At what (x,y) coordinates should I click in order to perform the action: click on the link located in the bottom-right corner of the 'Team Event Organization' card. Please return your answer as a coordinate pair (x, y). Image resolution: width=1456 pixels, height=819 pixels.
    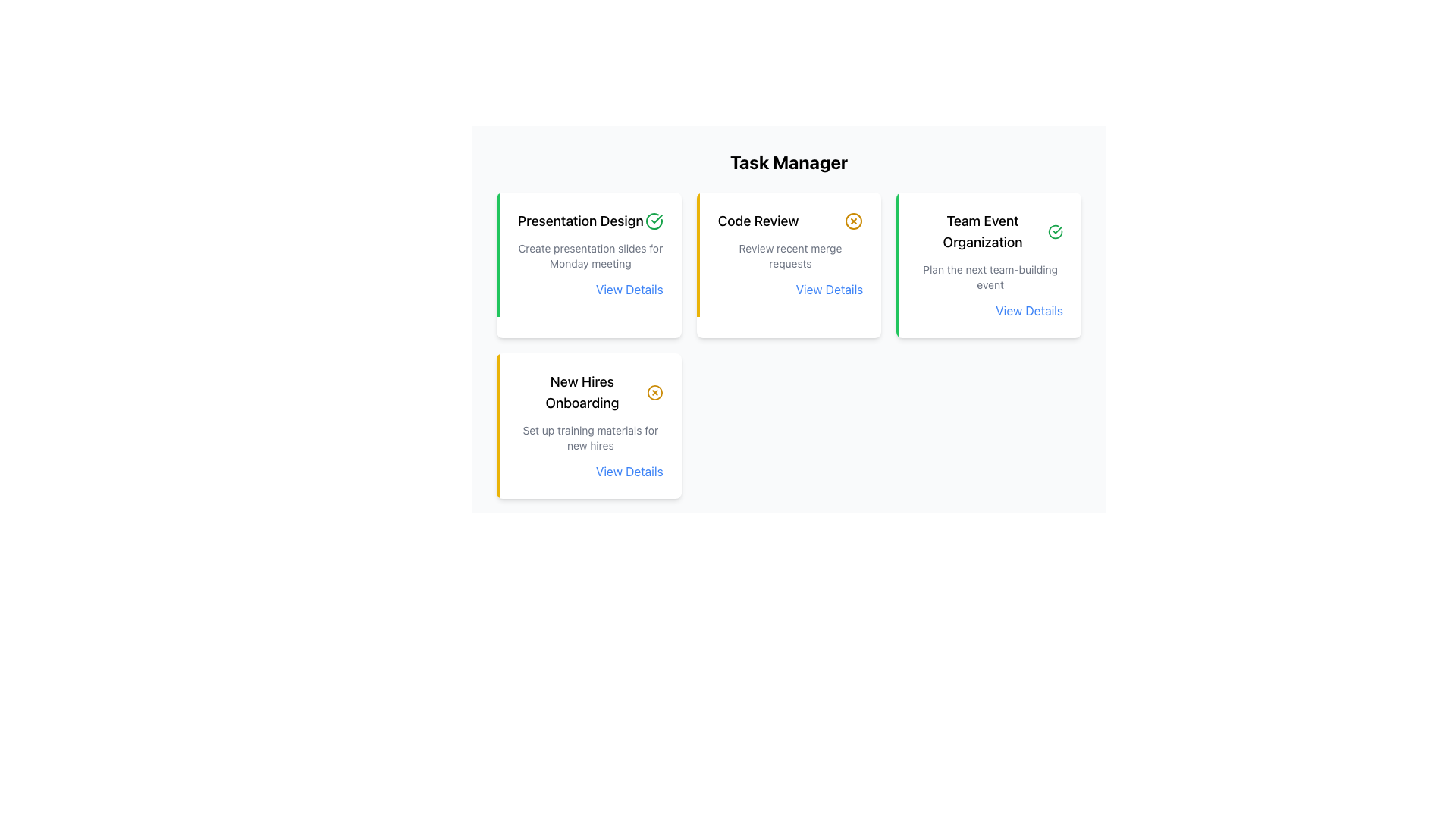
    Looking at the image, I should click on (990, 309).